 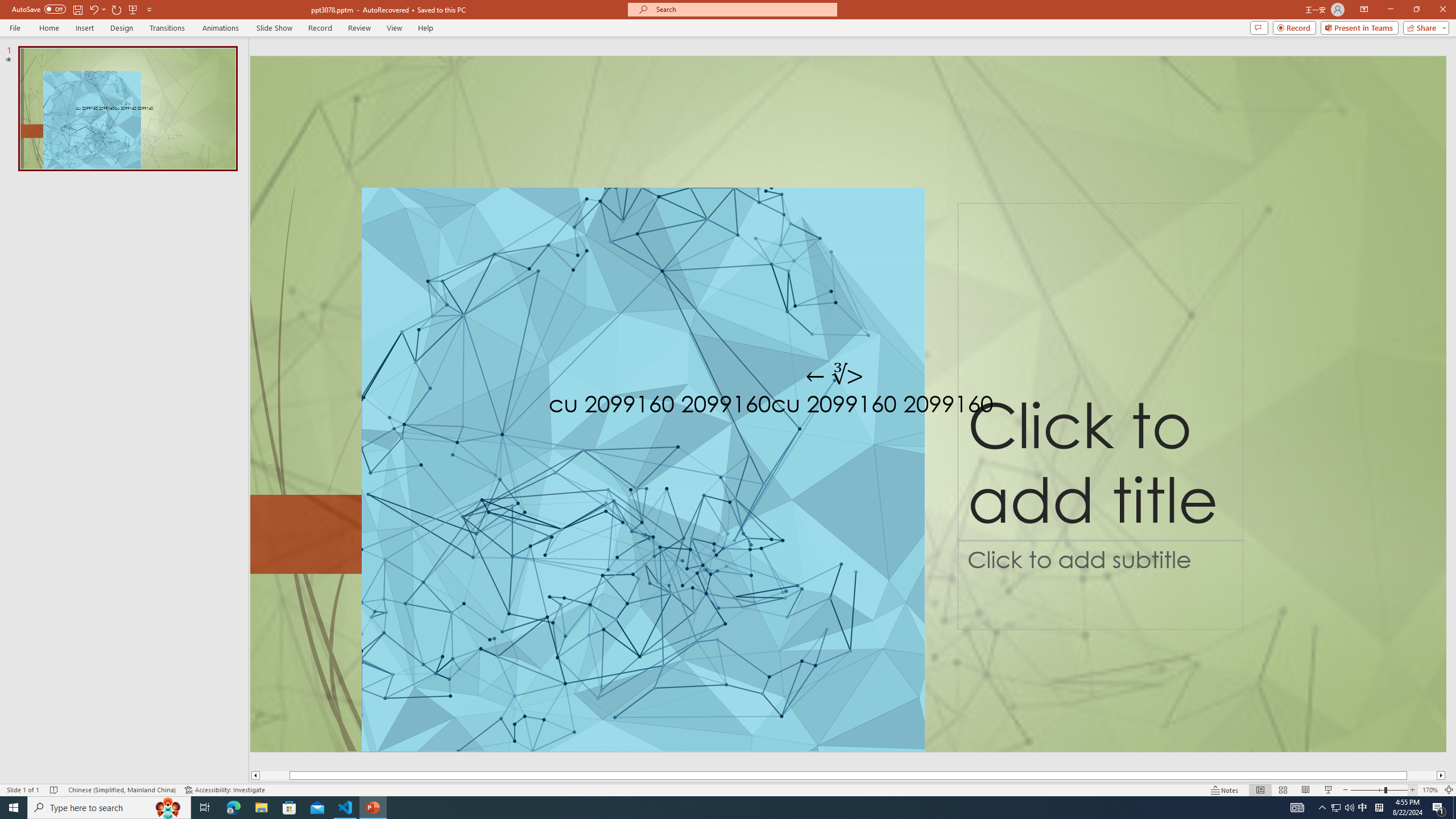 What do you see at coordinates (395, 28) in the screenshot?
I see `'View'` at bounding box center [395, 28].